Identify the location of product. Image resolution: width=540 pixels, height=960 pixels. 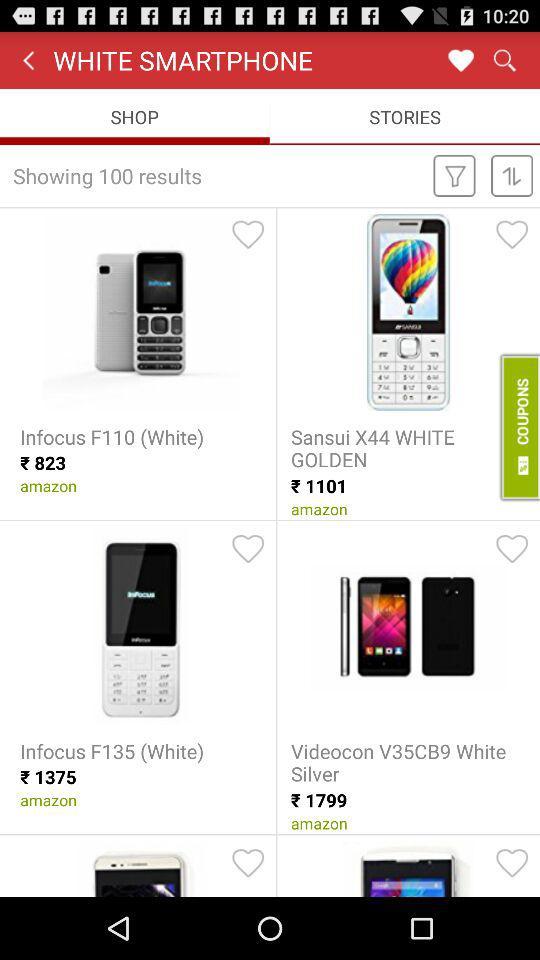
(248, 234).